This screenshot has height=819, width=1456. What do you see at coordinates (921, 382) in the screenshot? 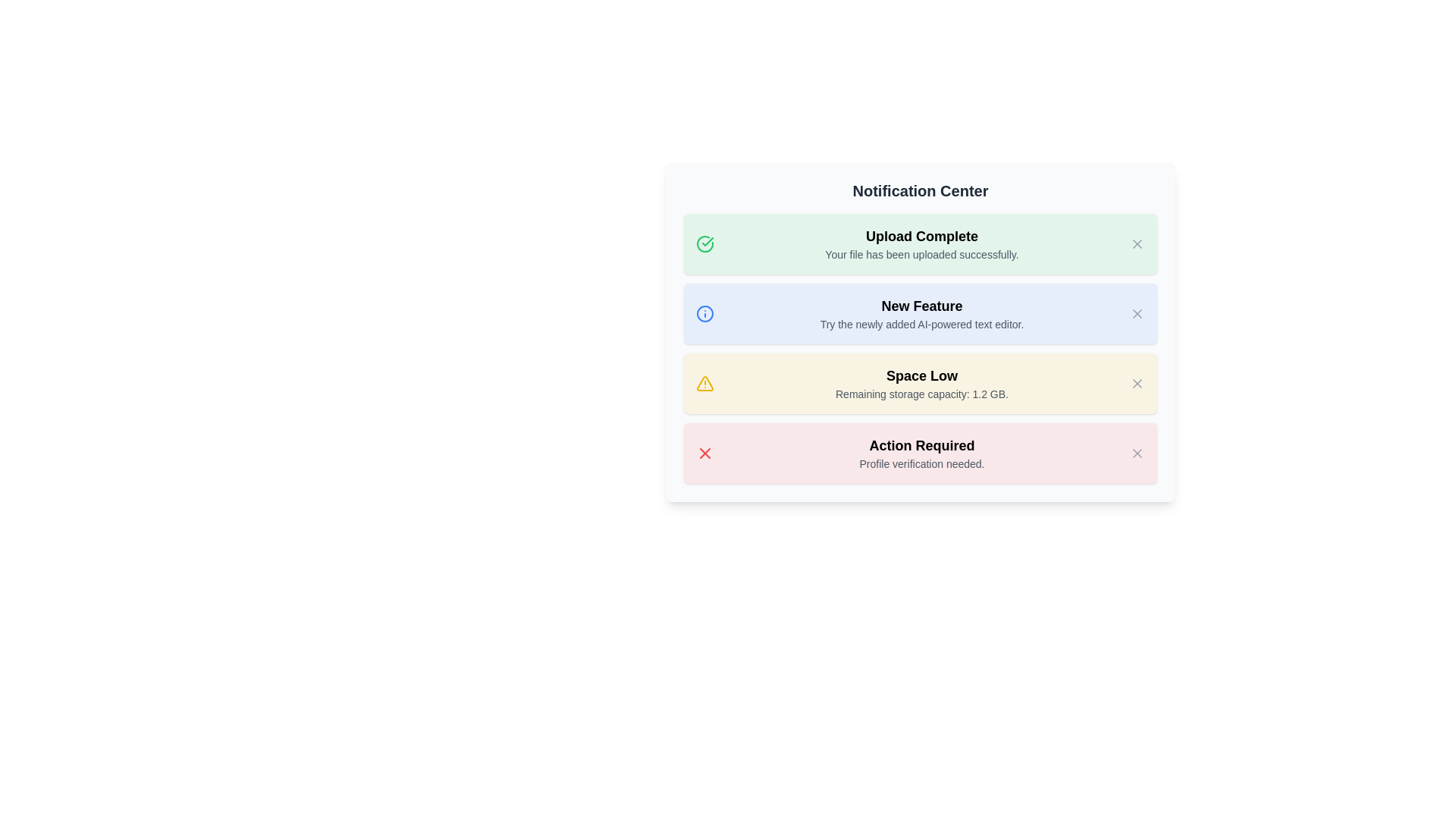
I see `the third notification text block that informs about low remaining storage capacity for clarity` at bounding box center [921, 382].